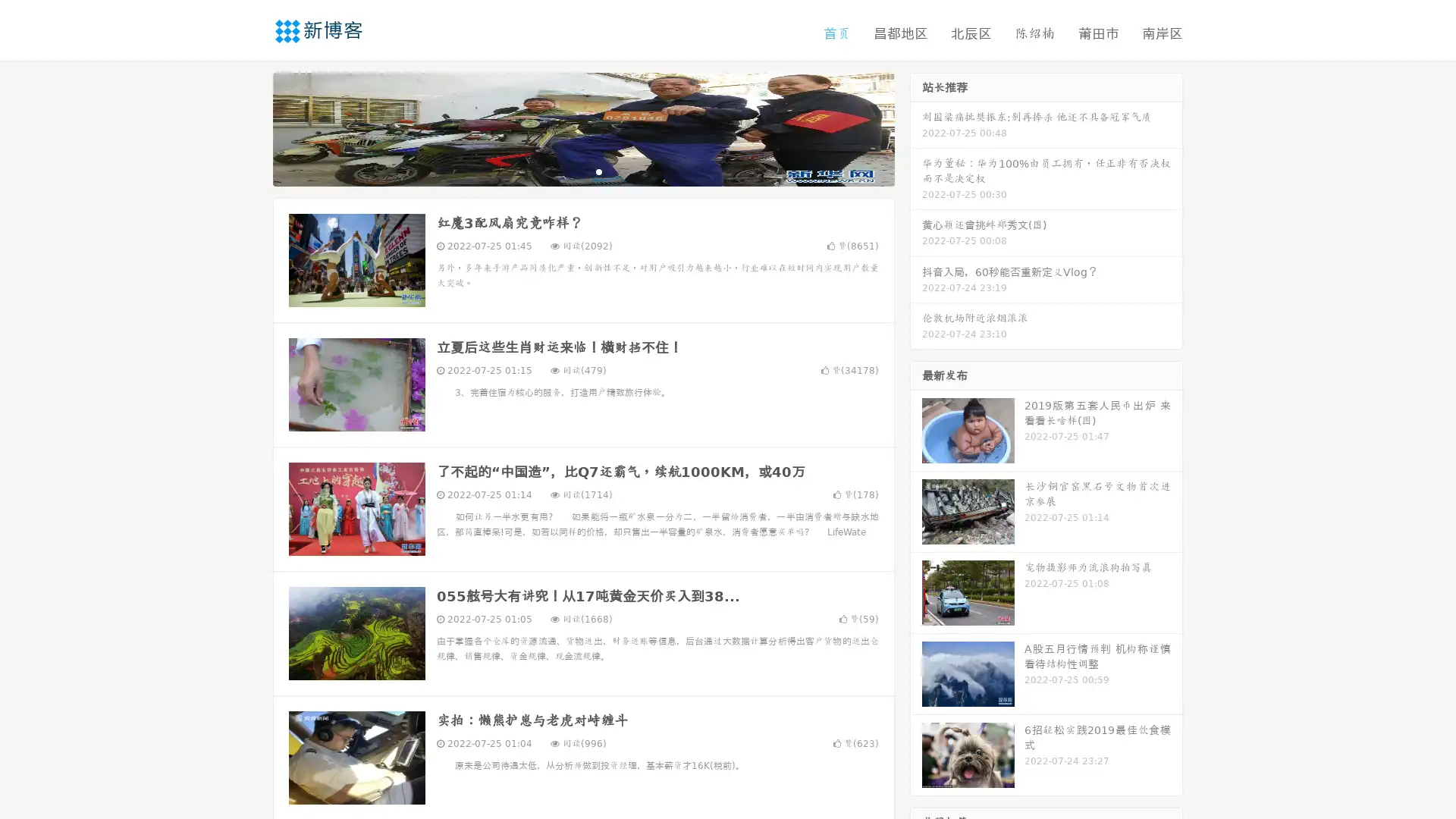 The height and width of the screenshot is (819, 1456). What do you see at coordinates (582, 171) in the screenshot?
I see `Go to slide 2` at bounding box center [582, 171].